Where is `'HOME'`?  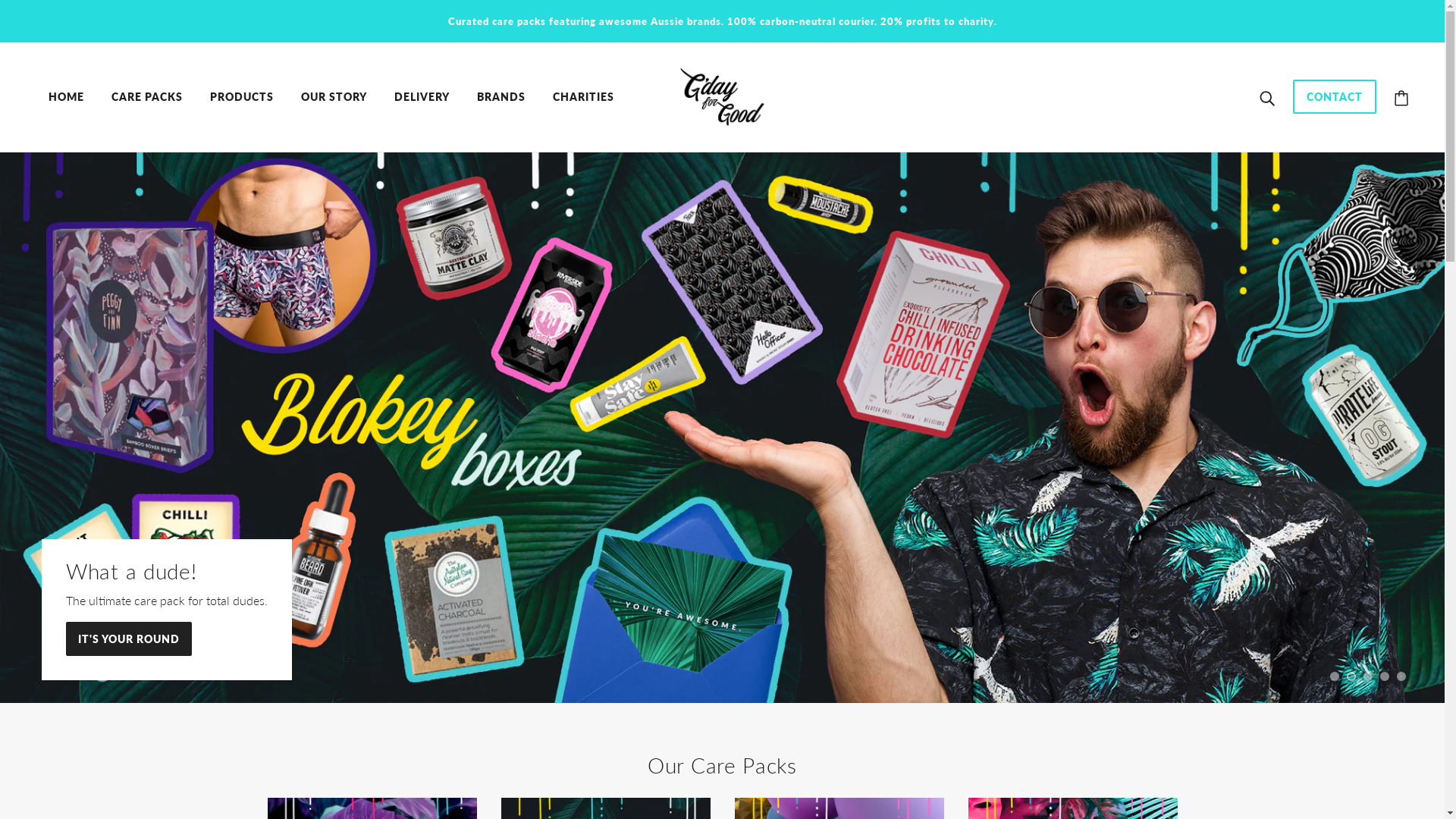
'HOME' is located at coordinates (65, 96).